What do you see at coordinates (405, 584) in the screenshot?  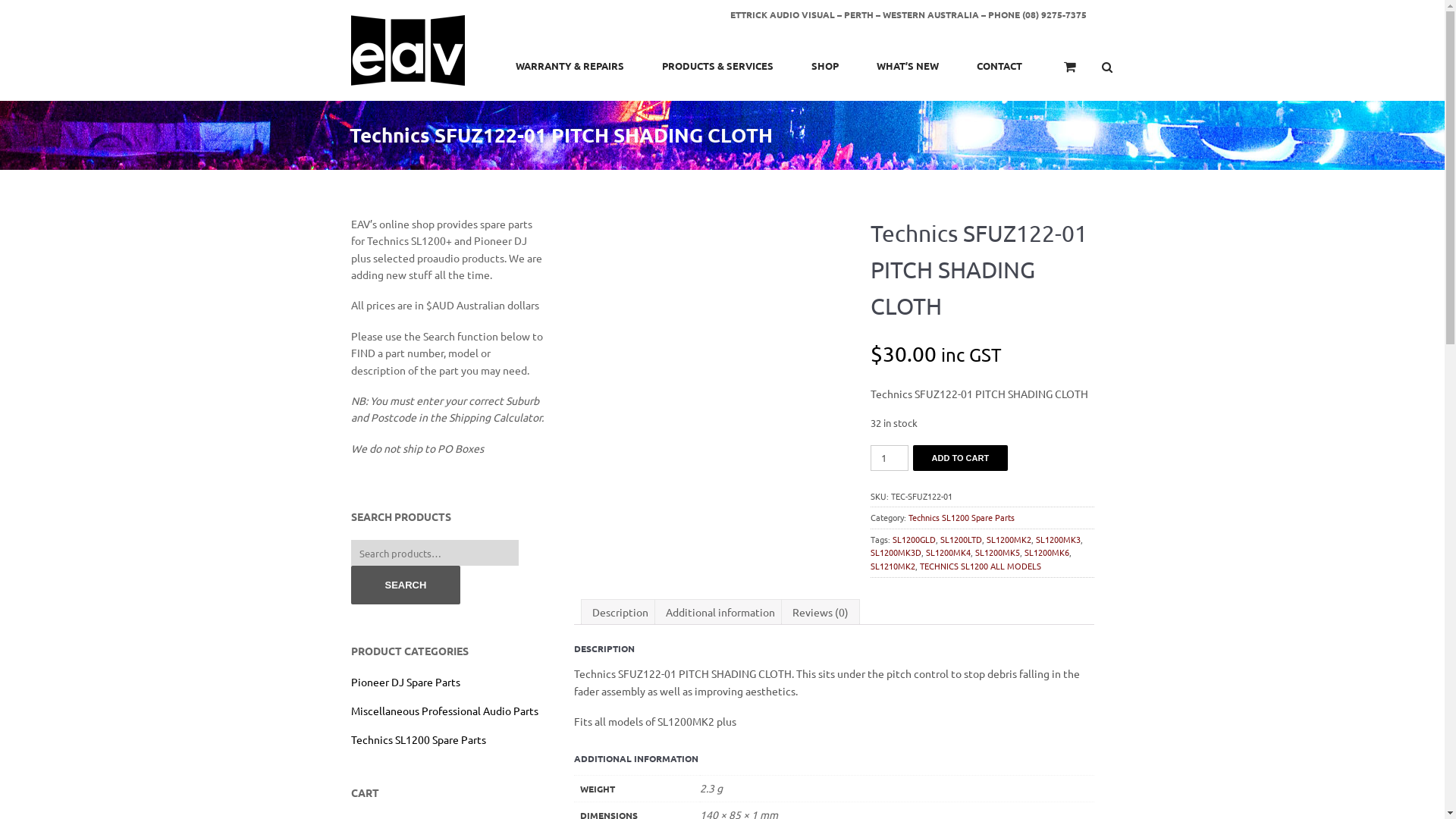 I see `'SEARCH'` at bounding box center [405, 584].